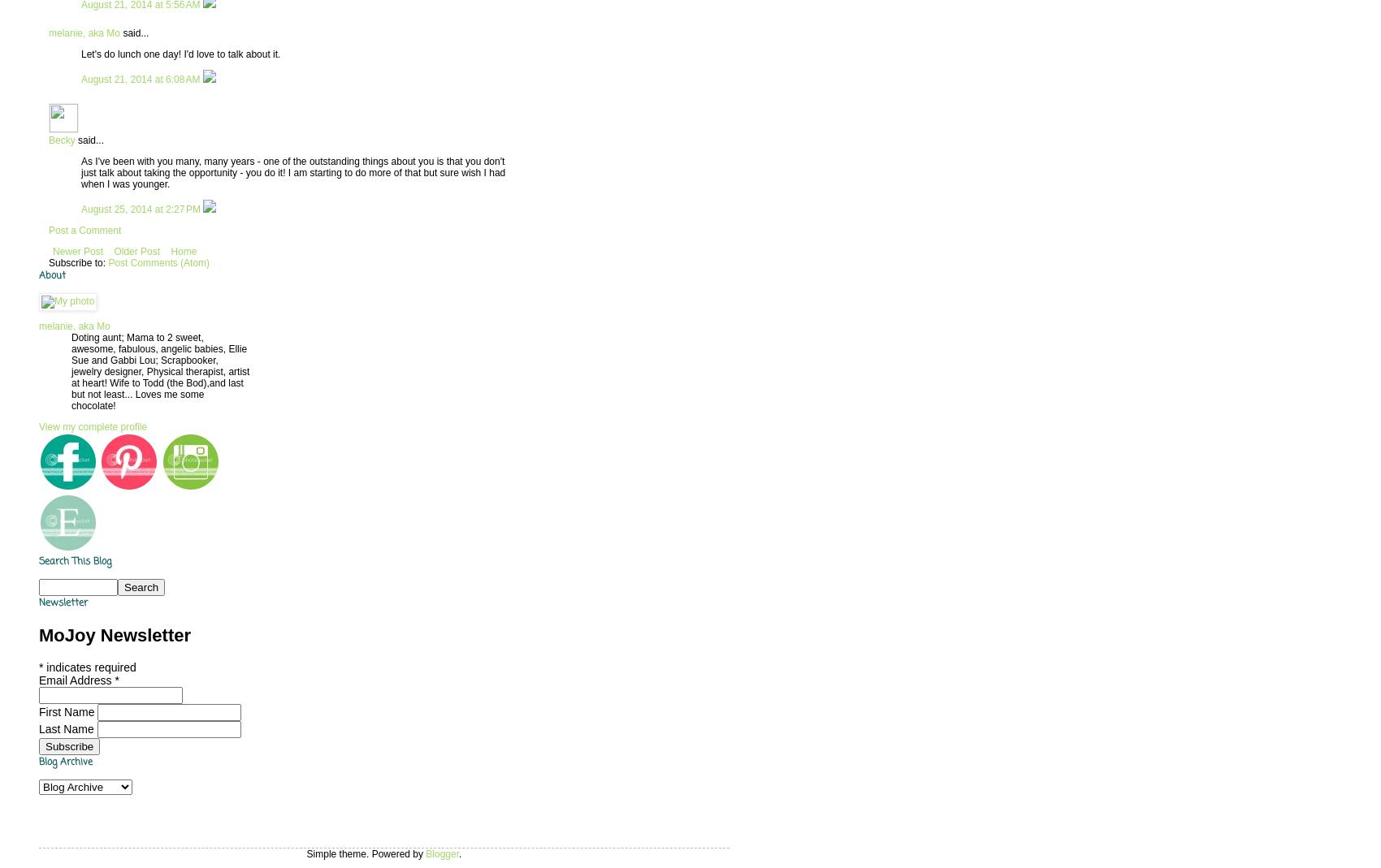  What do you see at coordinates (92, 425) in the screenshot?
I see `'View my complete profile'` at bounding box center [92, 425].